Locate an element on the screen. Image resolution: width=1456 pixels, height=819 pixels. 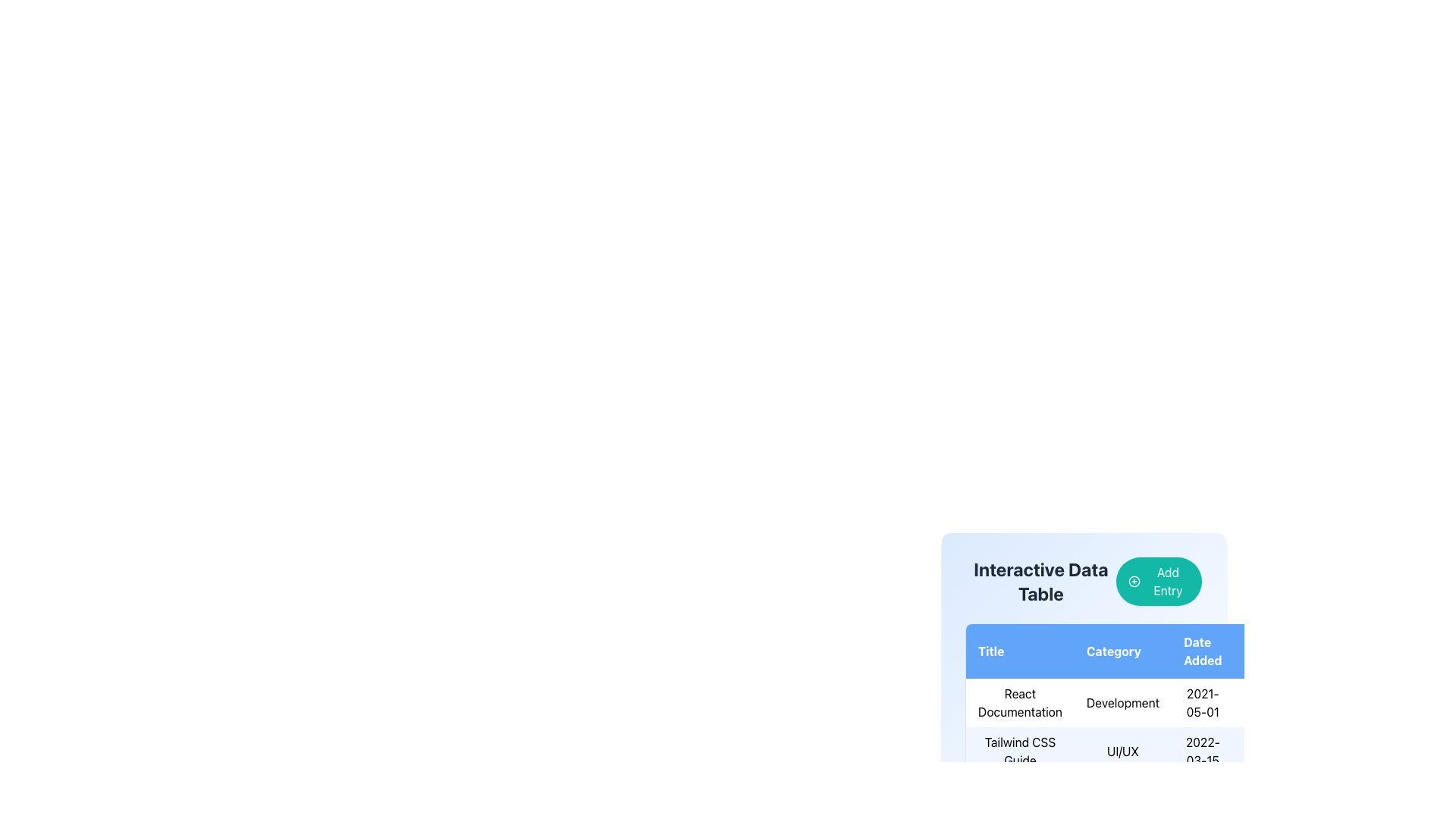
the text displaying the category value of the first row entry in the 'Category' column of the 'Interactive Data Table' is located at coordinates (1134, 699).